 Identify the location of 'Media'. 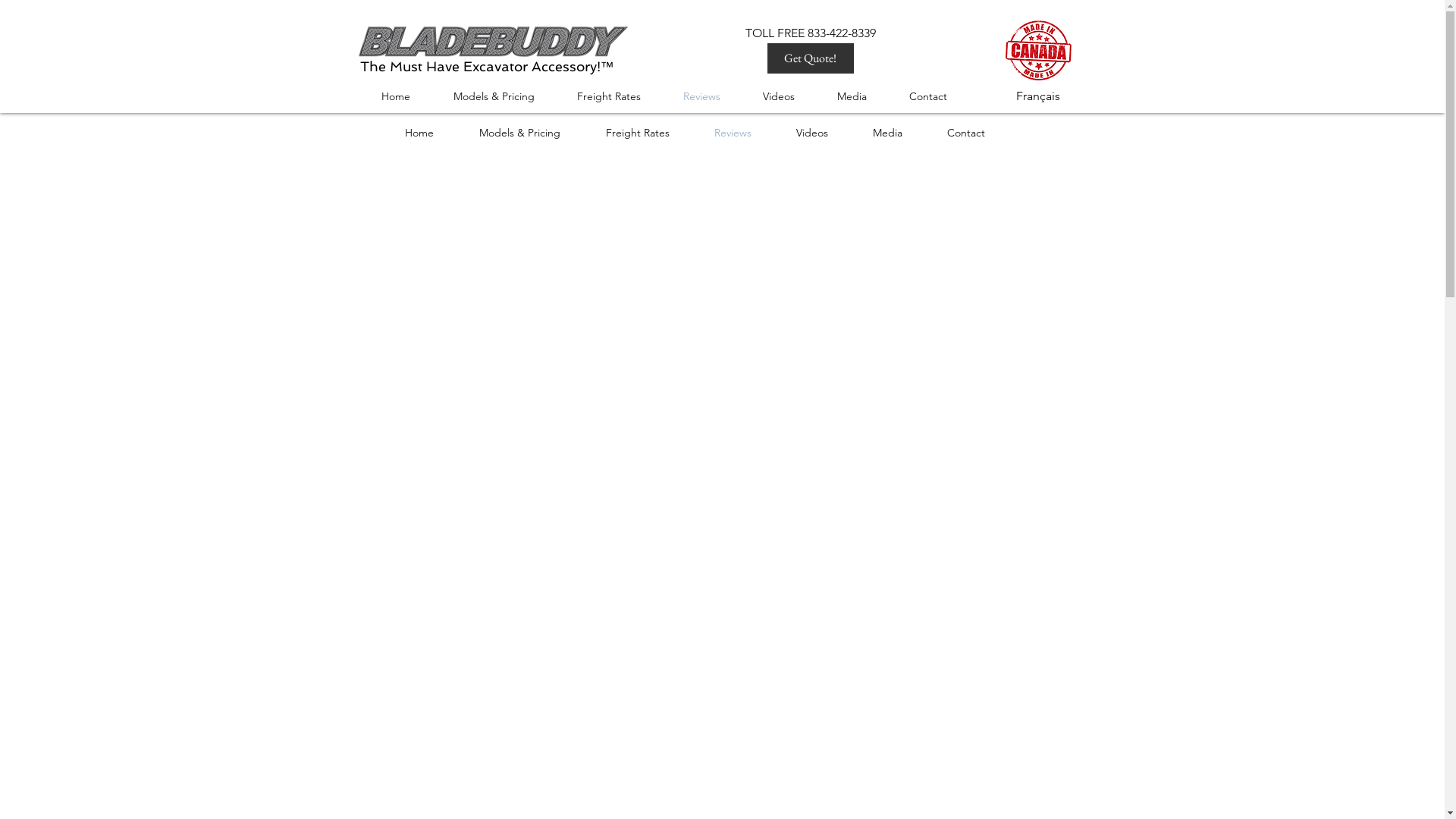
(899, 131).